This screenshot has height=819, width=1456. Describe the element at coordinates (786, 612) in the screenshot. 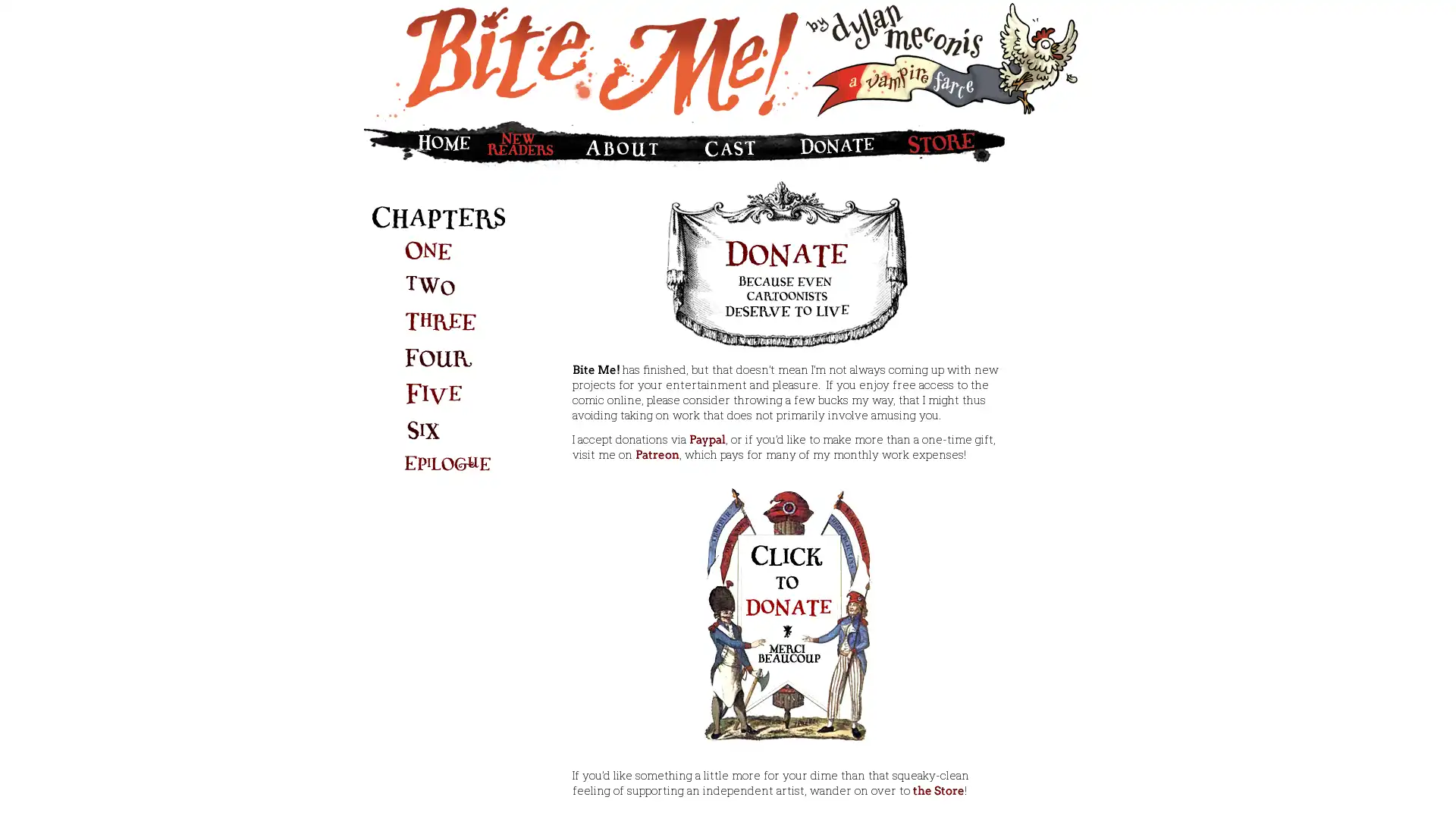

I see `Click to Donate!` at that location.